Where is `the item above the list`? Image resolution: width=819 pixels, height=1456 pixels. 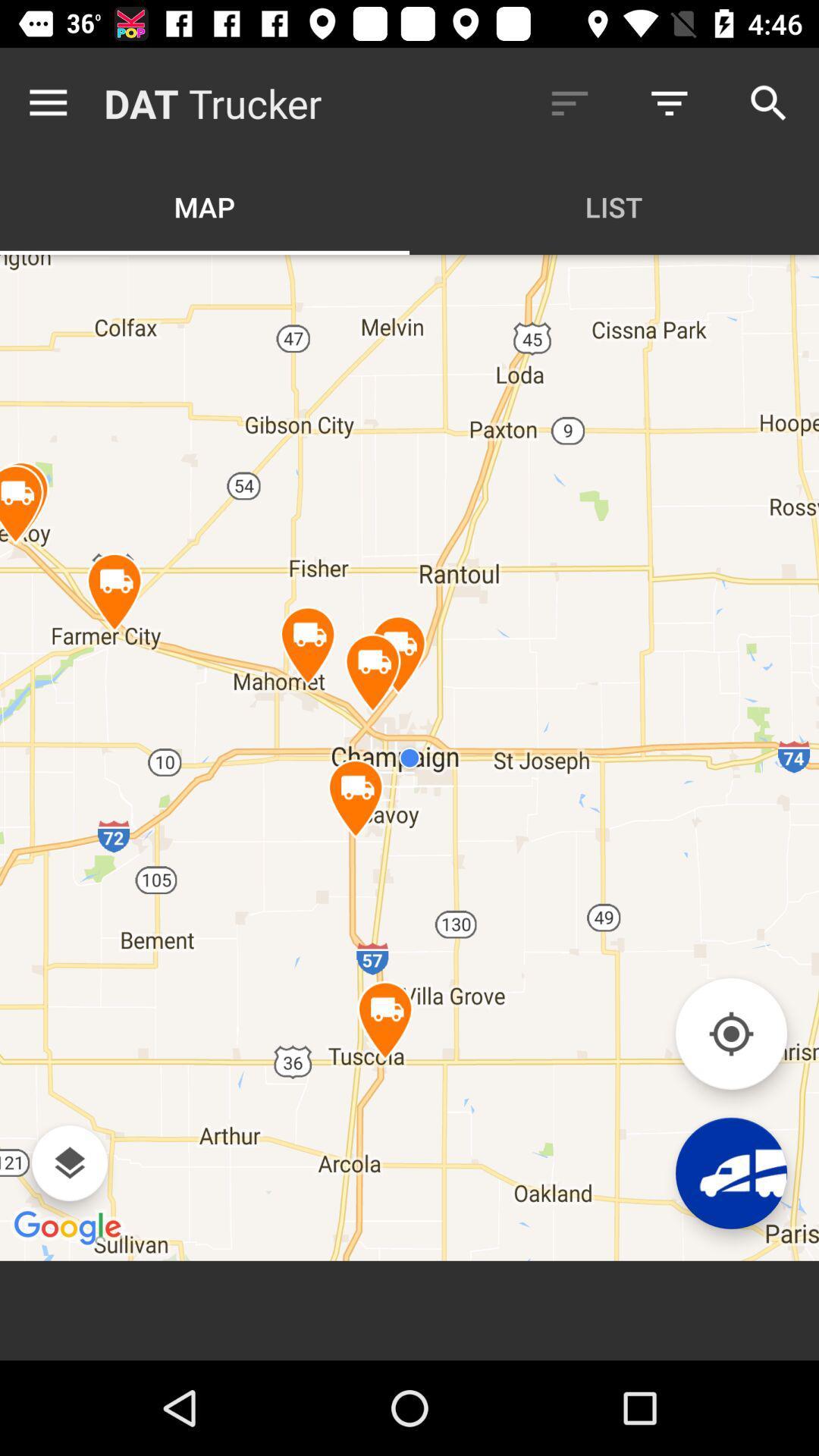
the item above the list is located at coordinates (570, 102).